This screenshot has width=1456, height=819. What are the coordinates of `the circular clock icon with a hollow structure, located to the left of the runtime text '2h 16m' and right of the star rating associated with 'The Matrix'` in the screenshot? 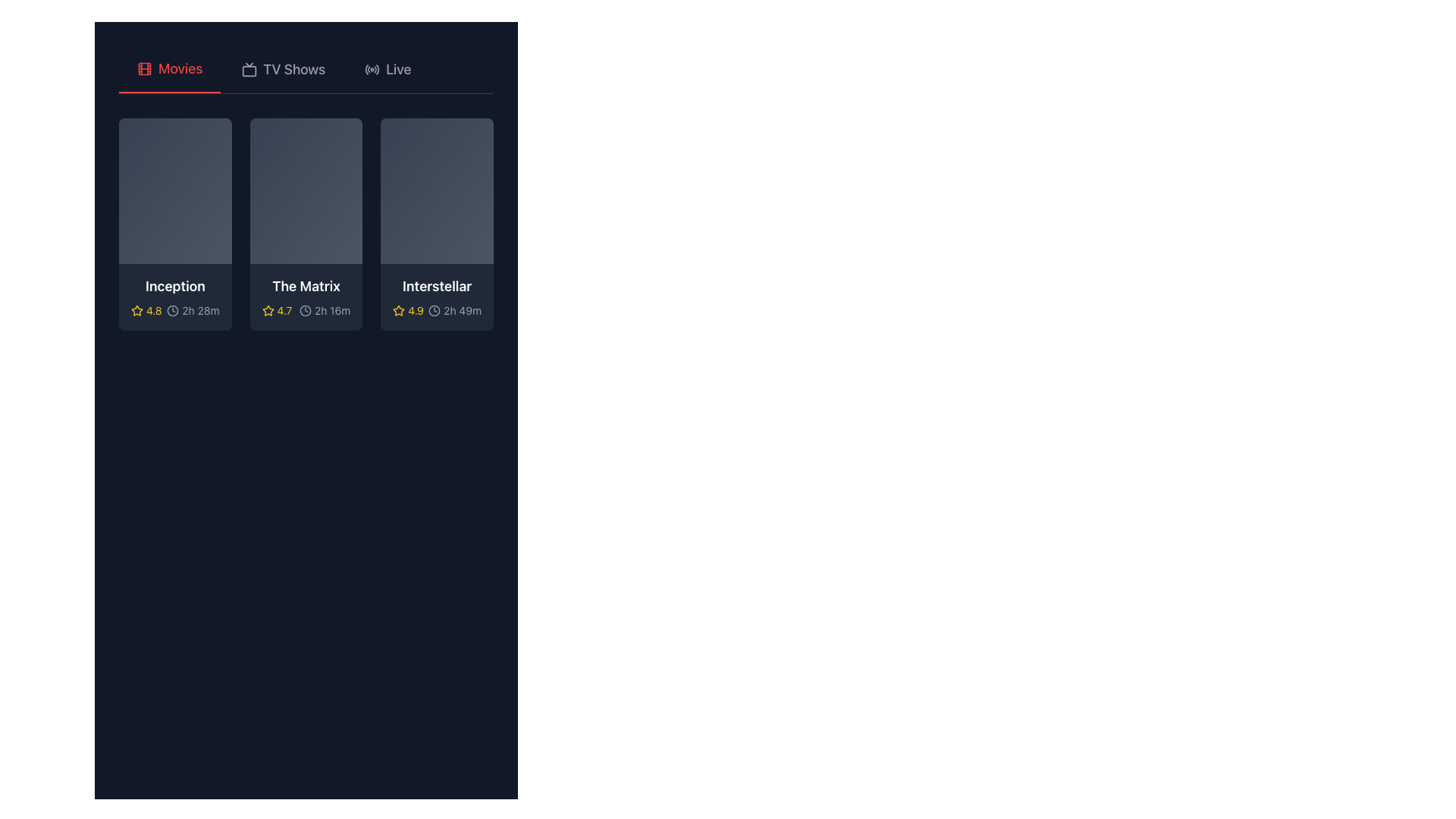 It's located at (305, 309).